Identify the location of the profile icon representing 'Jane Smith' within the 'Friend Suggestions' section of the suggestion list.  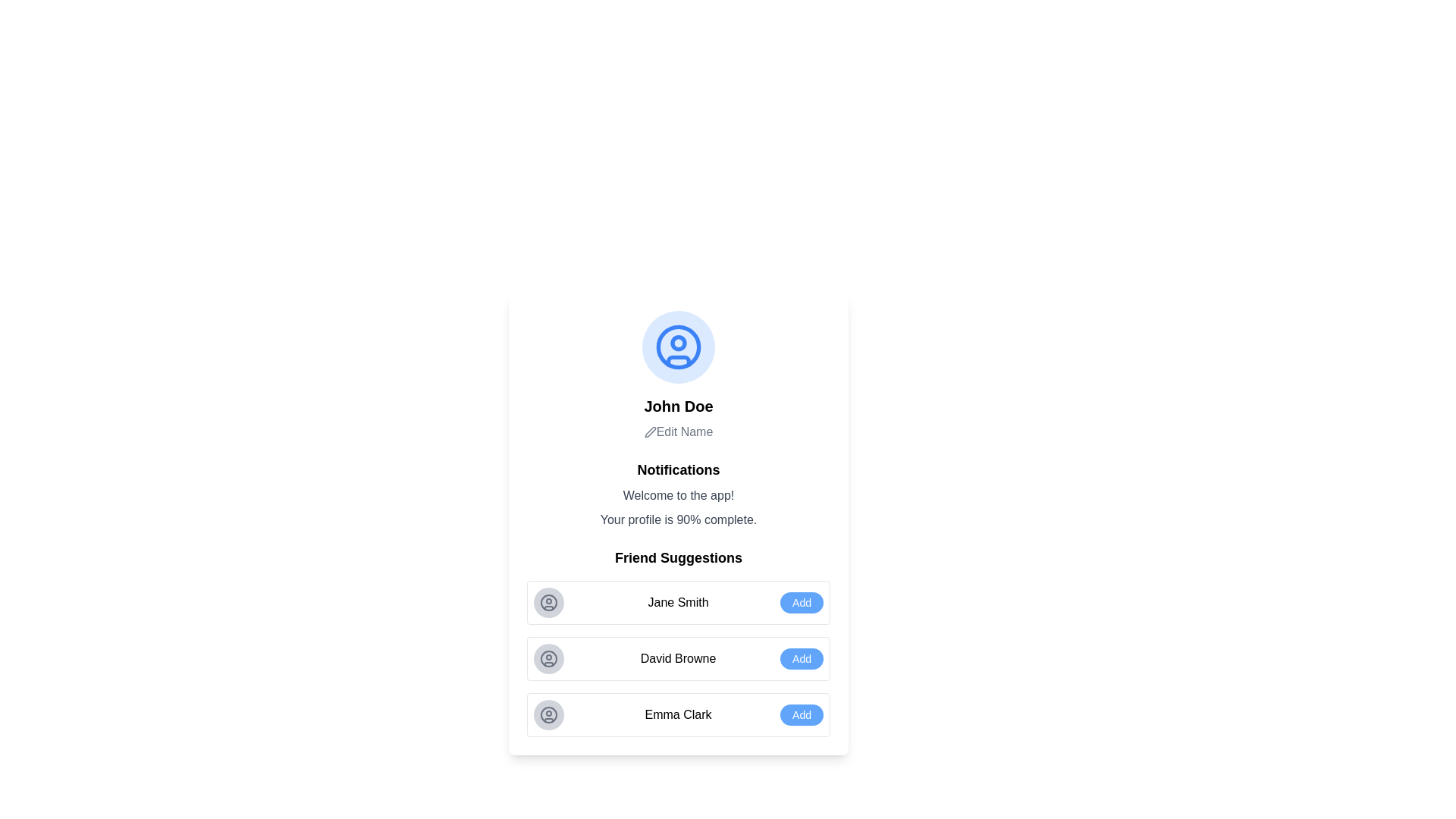
(548, 601).